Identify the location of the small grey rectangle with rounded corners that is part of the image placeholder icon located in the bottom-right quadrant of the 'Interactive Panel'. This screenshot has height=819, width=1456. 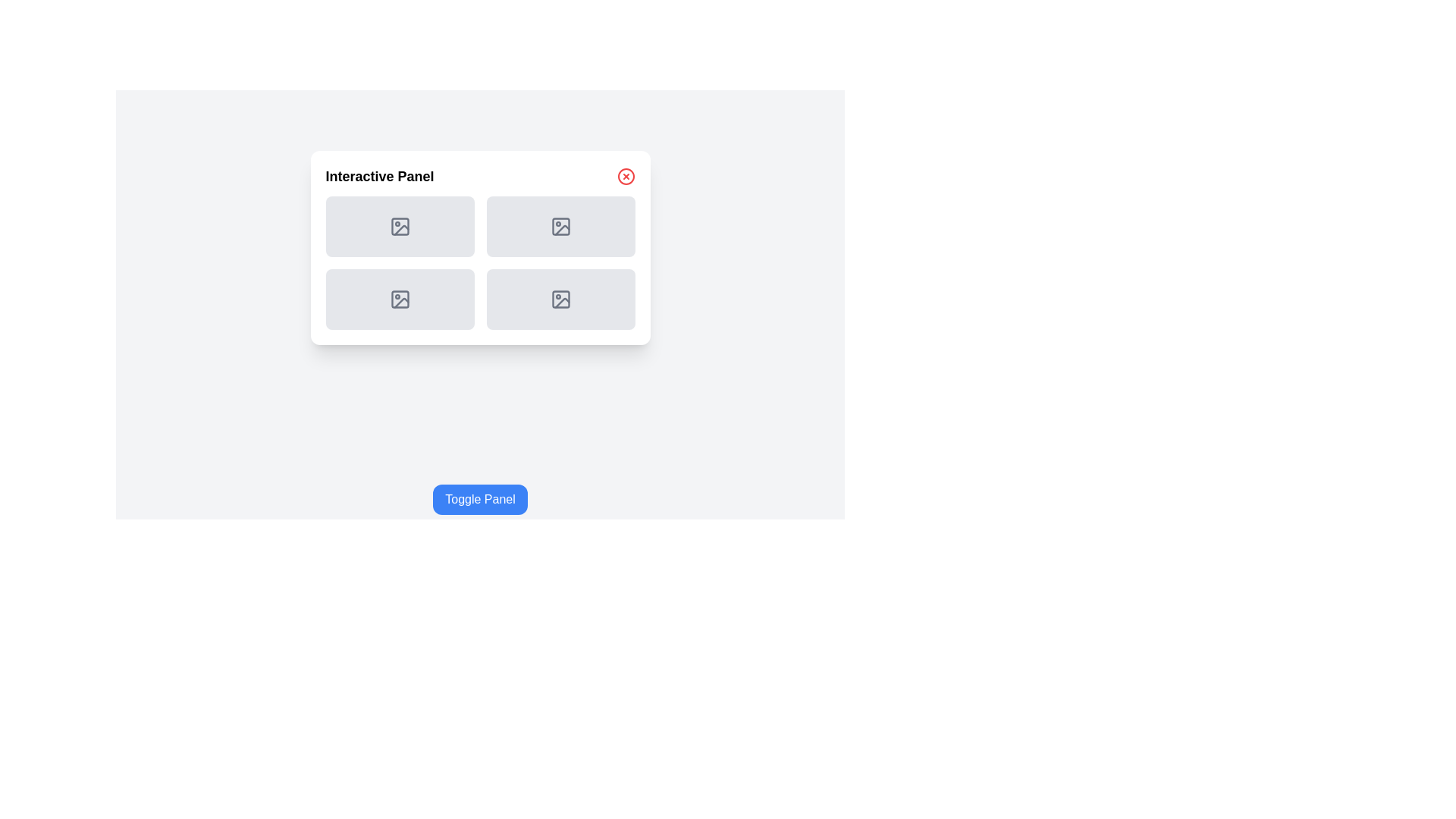
(560, 299).